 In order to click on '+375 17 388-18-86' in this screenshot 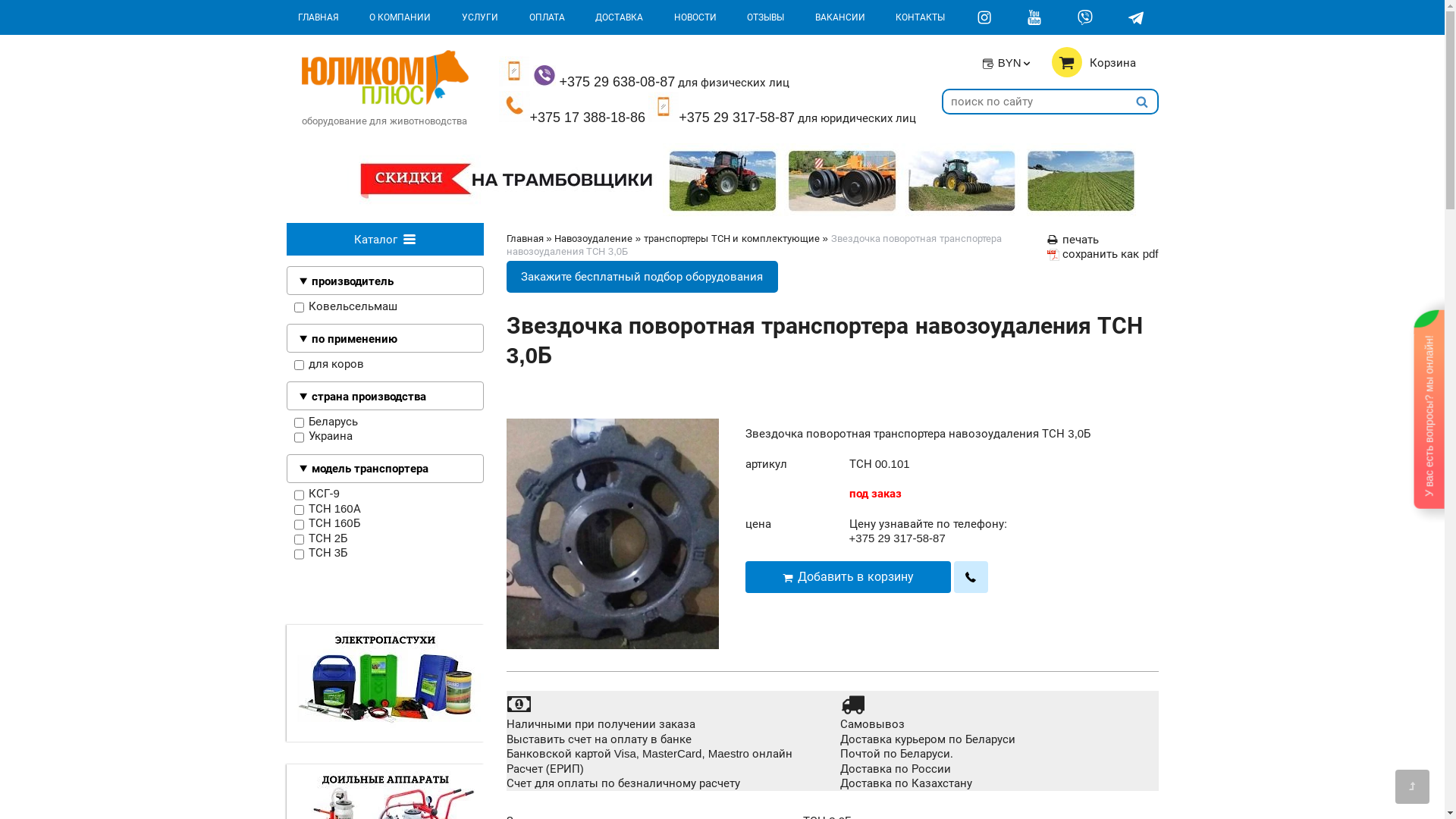, I will do `click(571, 108)`.